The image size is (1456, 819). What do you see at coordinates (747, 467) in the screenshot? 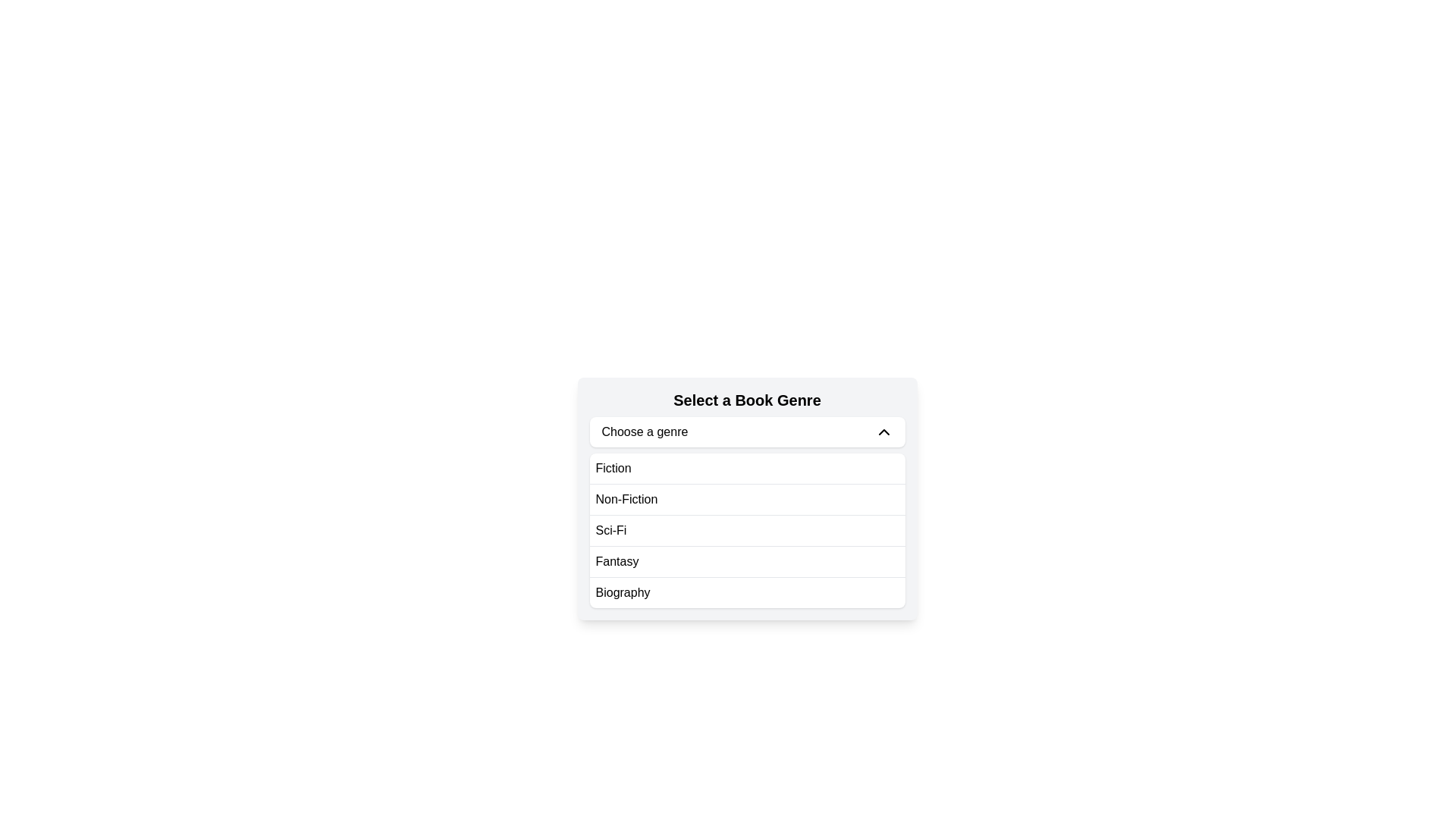
I see `the first item in the dropdown list representing the 'Fiction' book genre` at bounding box center [747, 467].